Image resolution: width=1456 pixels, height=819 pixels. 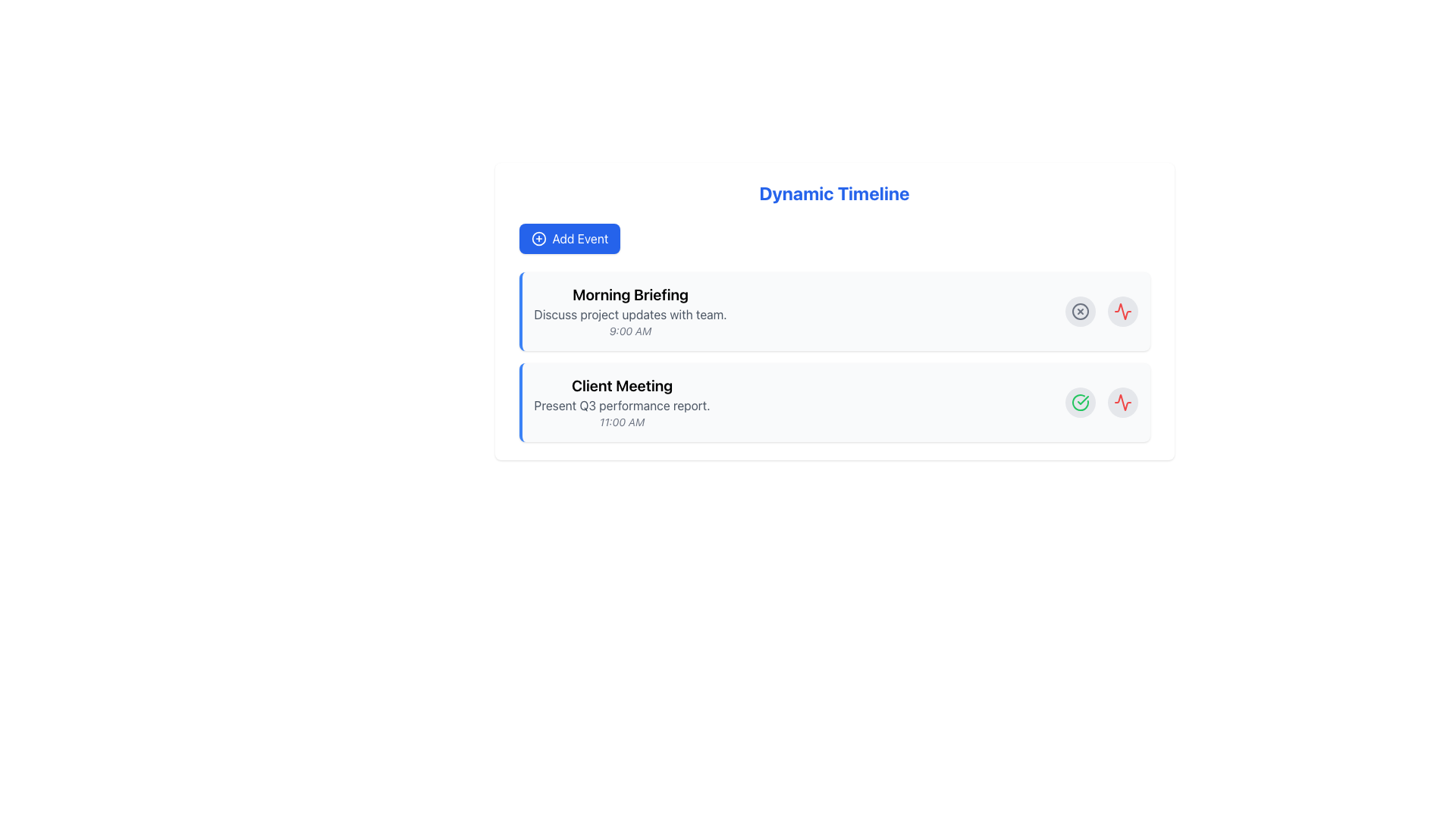 I want to click on the 'Add Event' button located below the 'Dynamic Timeline' title, so click(x=569, y=239).